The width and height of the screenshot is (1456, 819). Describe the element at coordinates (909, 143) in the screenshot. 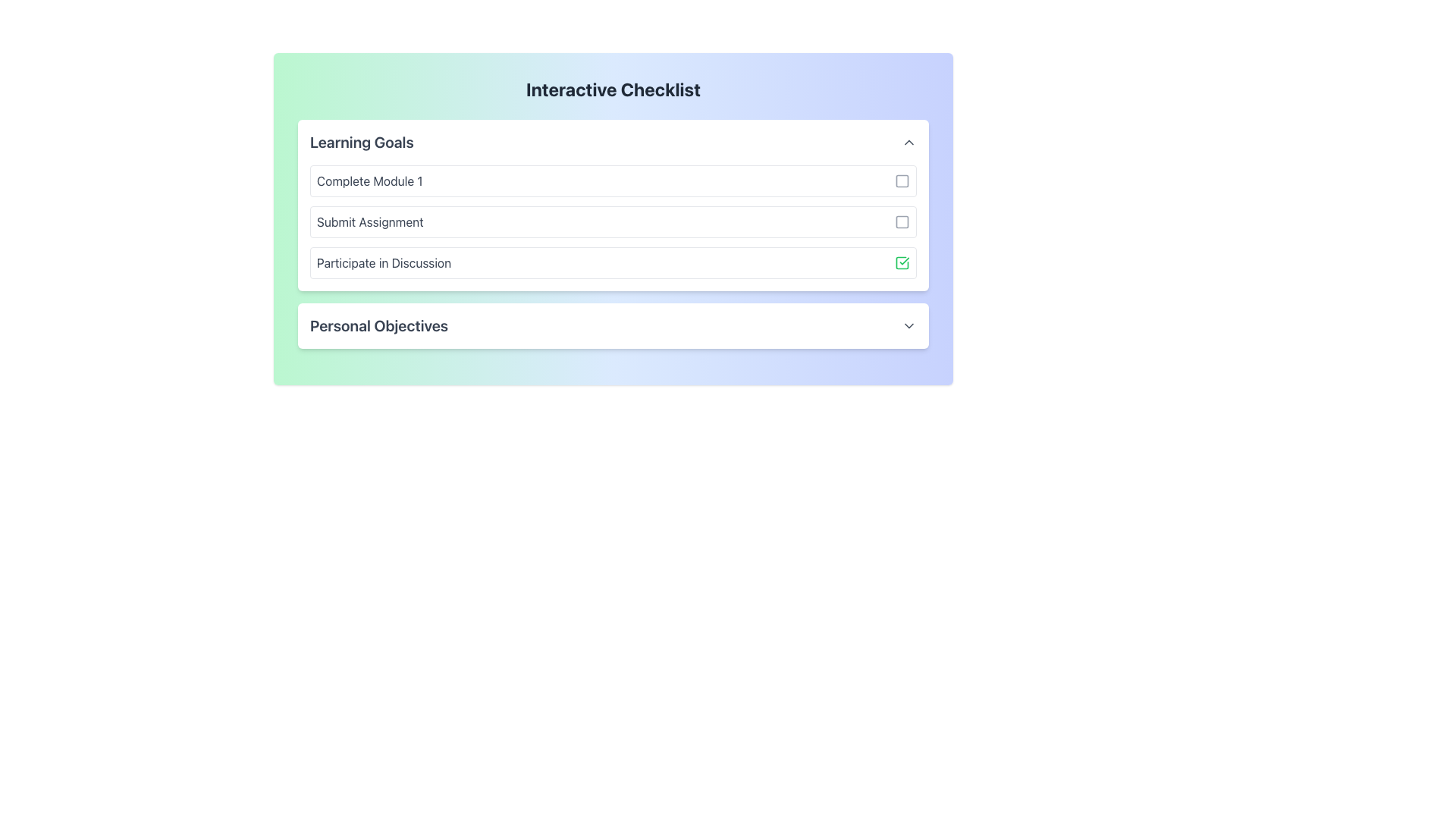

I see `the chevron icon in the top-right corner of the 'Learning Goals' section` at that location.